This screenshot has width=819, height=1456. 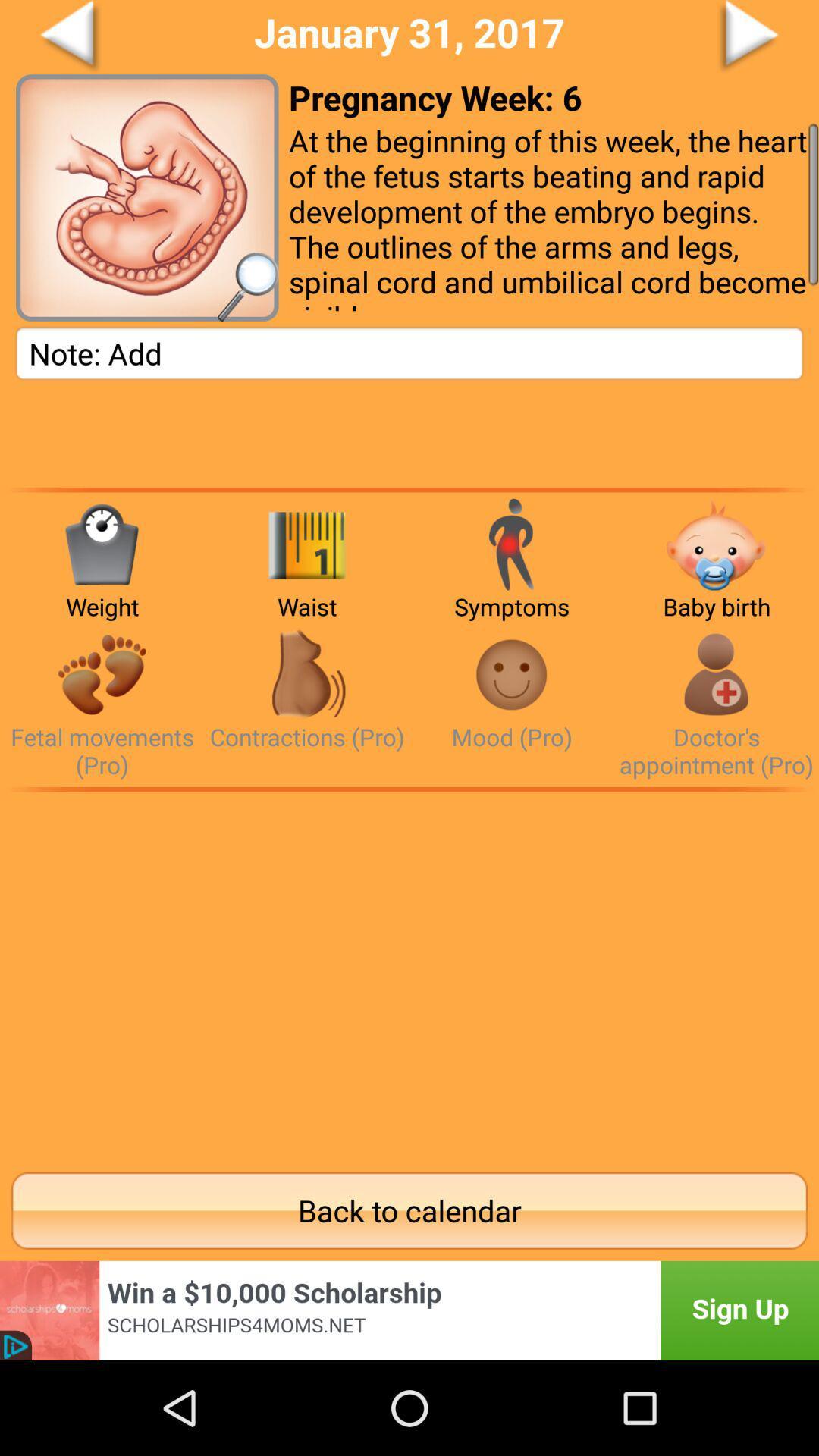 What do you see at coordinates (126, 37) in the screenshot?
I see `go back` at bounding box center [126, 37].